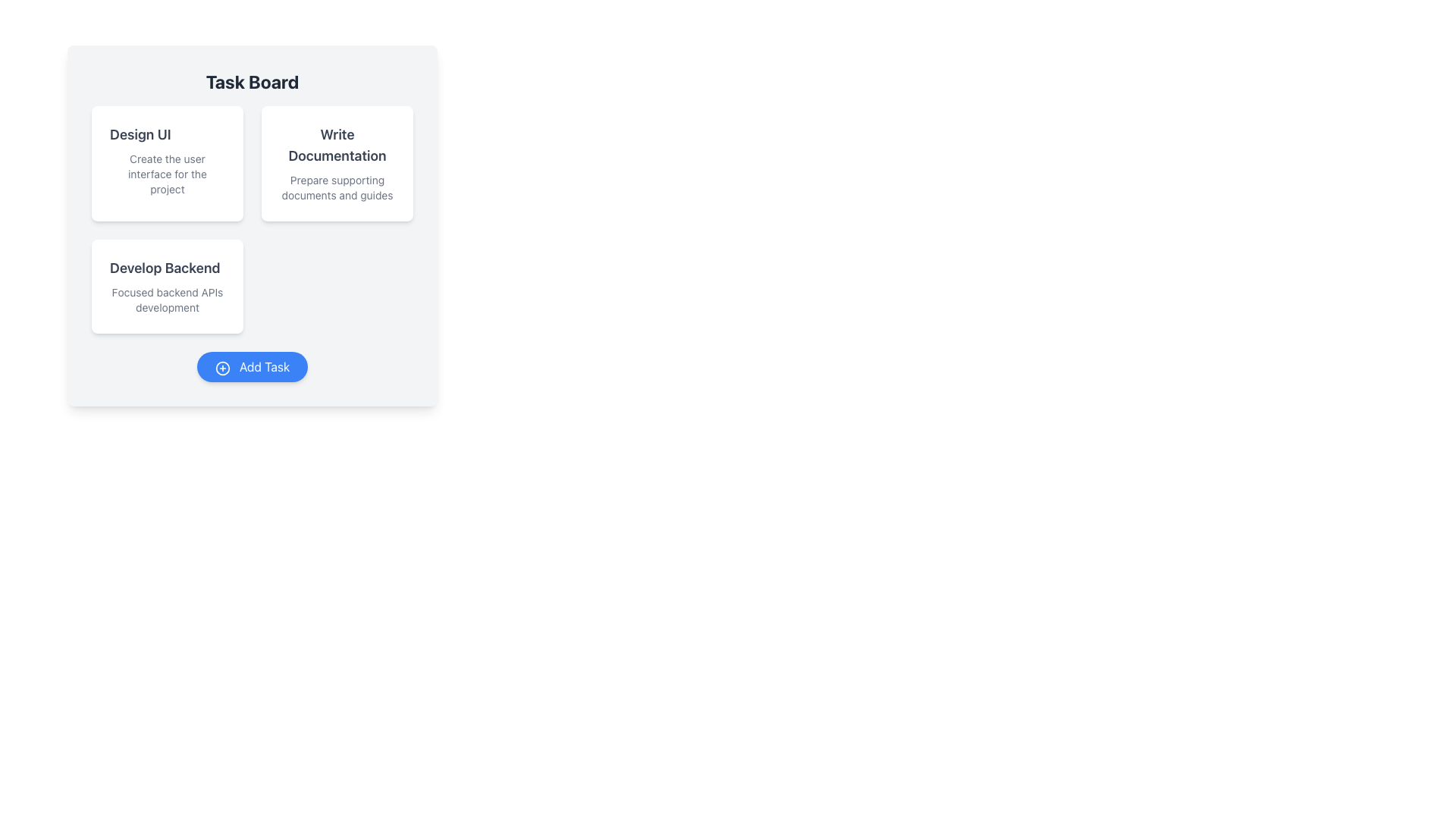 The width and height of the screenshot is (1456, 819). Describe the element at coordinates (337, 187) in the screenshot. I see `the text label displaying 'Prepare supporting documents and guides' located within the 'Write Documentation' card in the Task Board interface` at that location.